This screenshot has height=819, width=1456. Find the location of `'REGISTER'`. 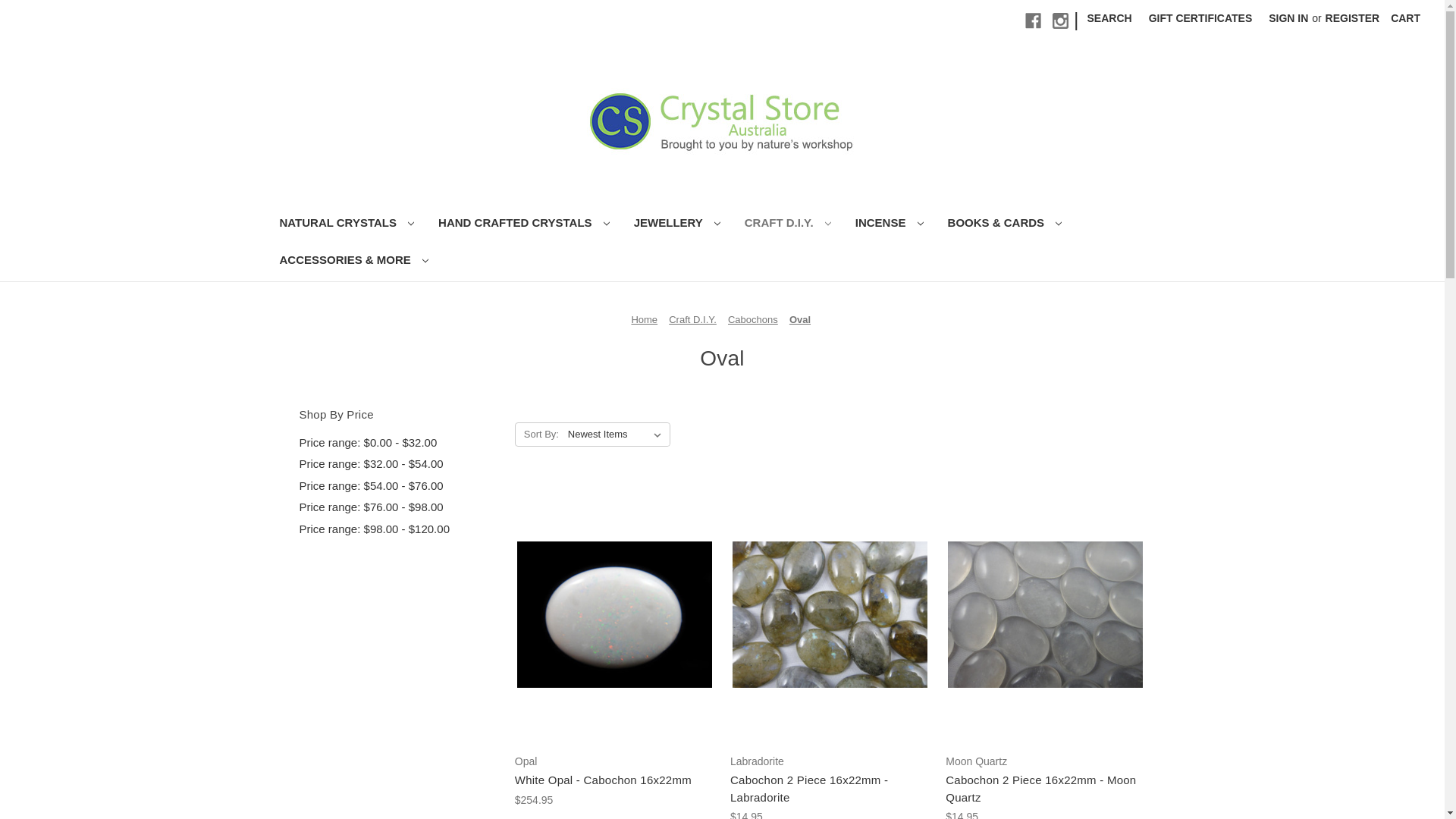

'REGISTER' is located at coordinates (1353, 18).